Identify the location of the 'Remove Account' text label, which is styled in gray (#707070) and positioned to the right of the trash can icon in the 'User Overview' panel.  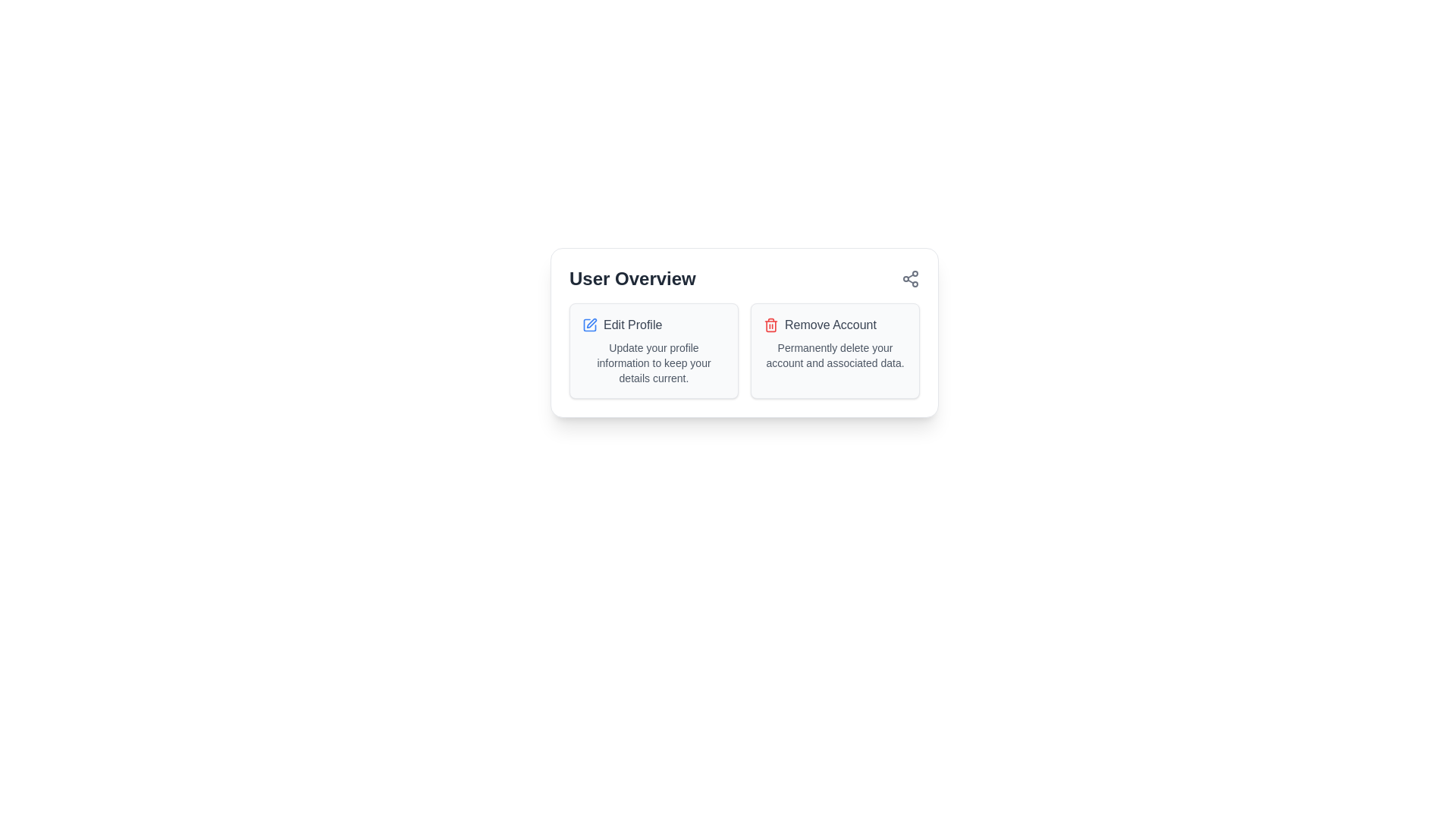
(830, 324).